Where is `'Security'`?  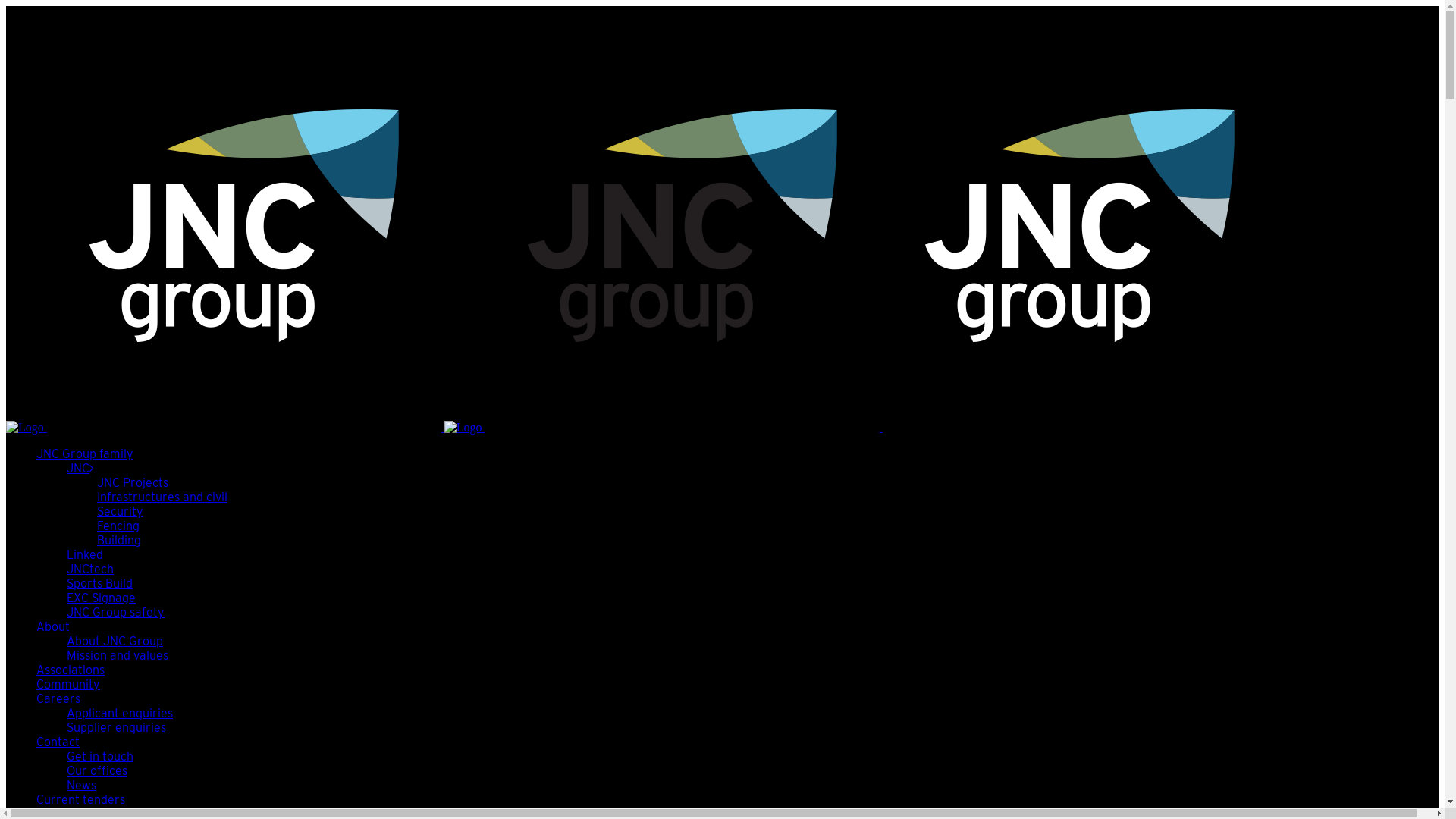 'Security' is located at coordinates (96, 511).